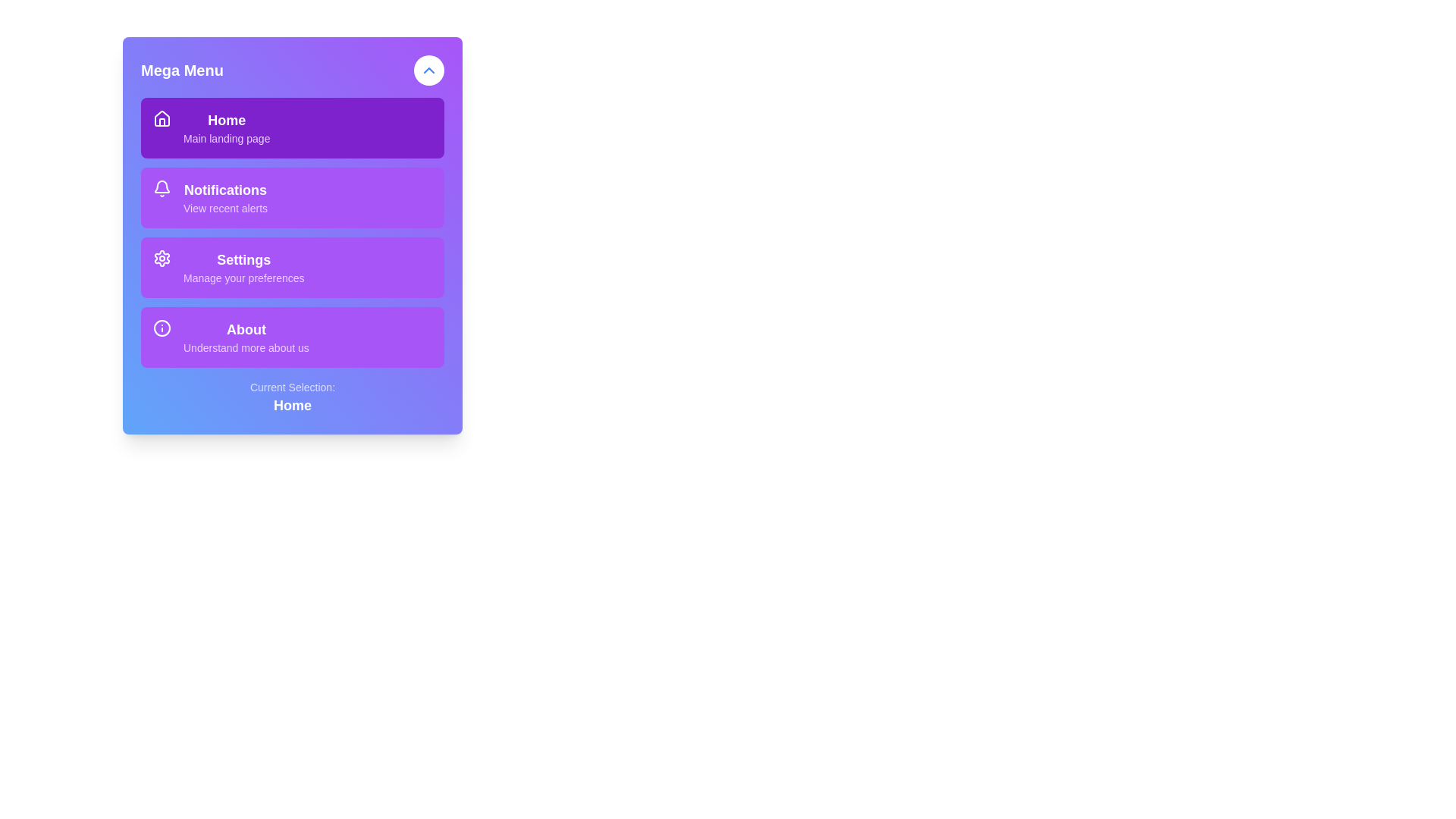 This screenshot has height=819, width=1456. What do you see at coordinates (162, 257) in the screenshot?
I see `the gear-like icon representing settings in the Mega Menu list, which is visually aligned with options like 'Home', 'Notifications', and 'About'` at bounding box center [162, 257].